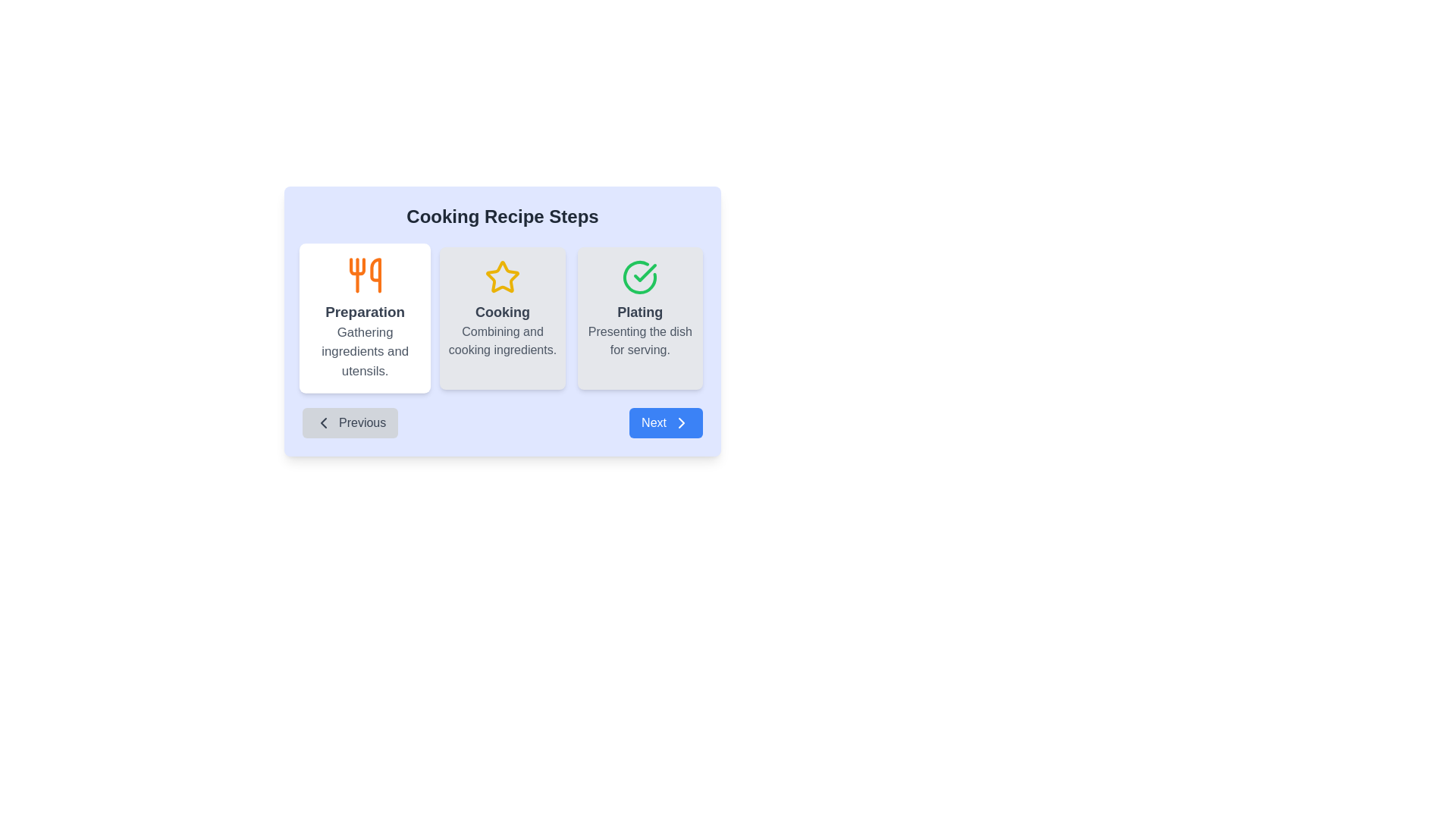  I want to click on the 'Cooking' card, so click(502, 321).